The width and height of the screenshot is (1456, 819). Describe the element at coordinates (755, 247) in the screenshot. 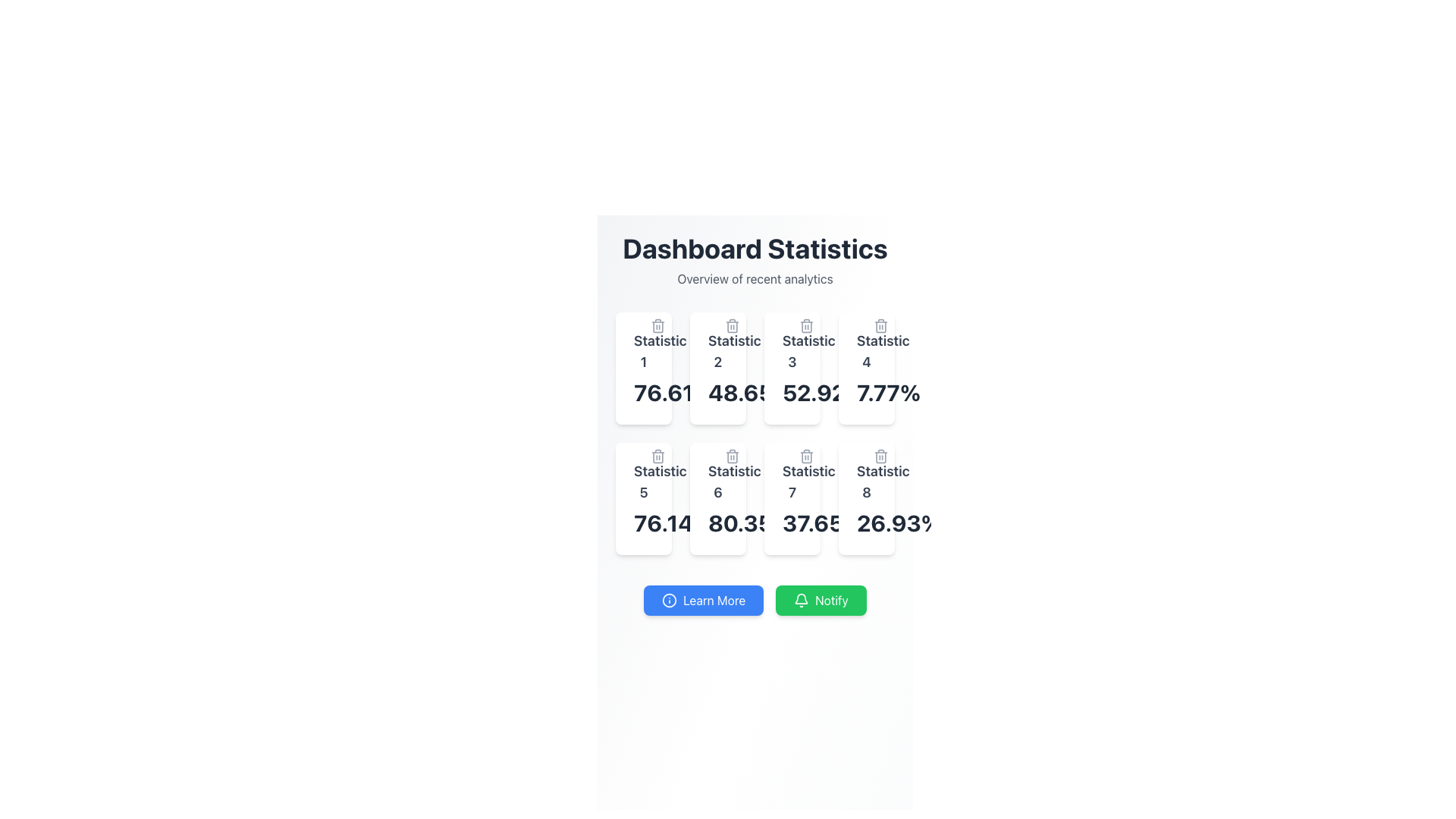

I see `text label that serves as a title for the section indicating the purpose or content of the statistical data, located above 'Overview of recent analytics'` at that location.